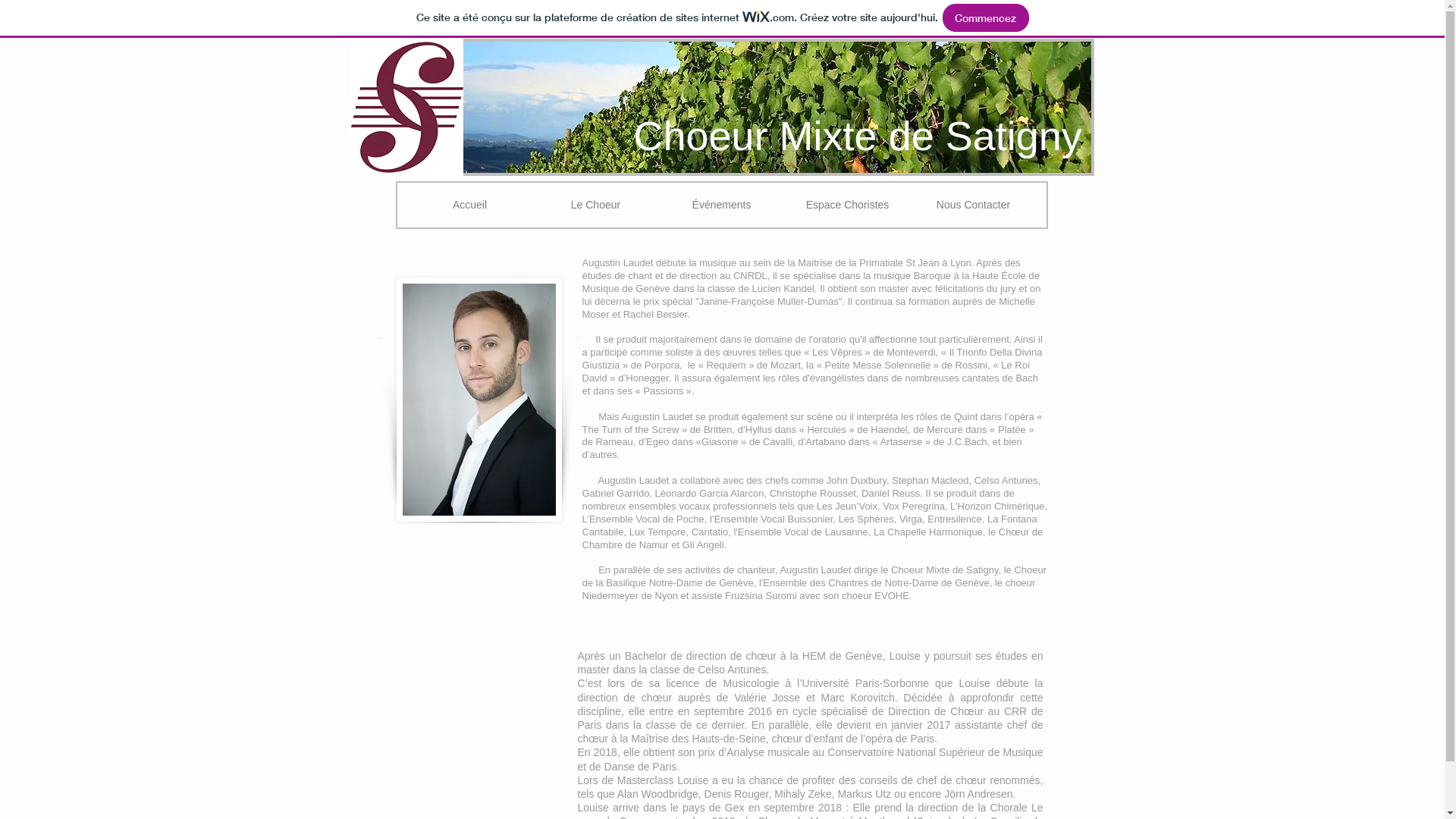 The height and width of the screenshot is (819, 1456). I want to click on 'Logo Choeur Mixte Satigny.jpg', so click(406, 106).